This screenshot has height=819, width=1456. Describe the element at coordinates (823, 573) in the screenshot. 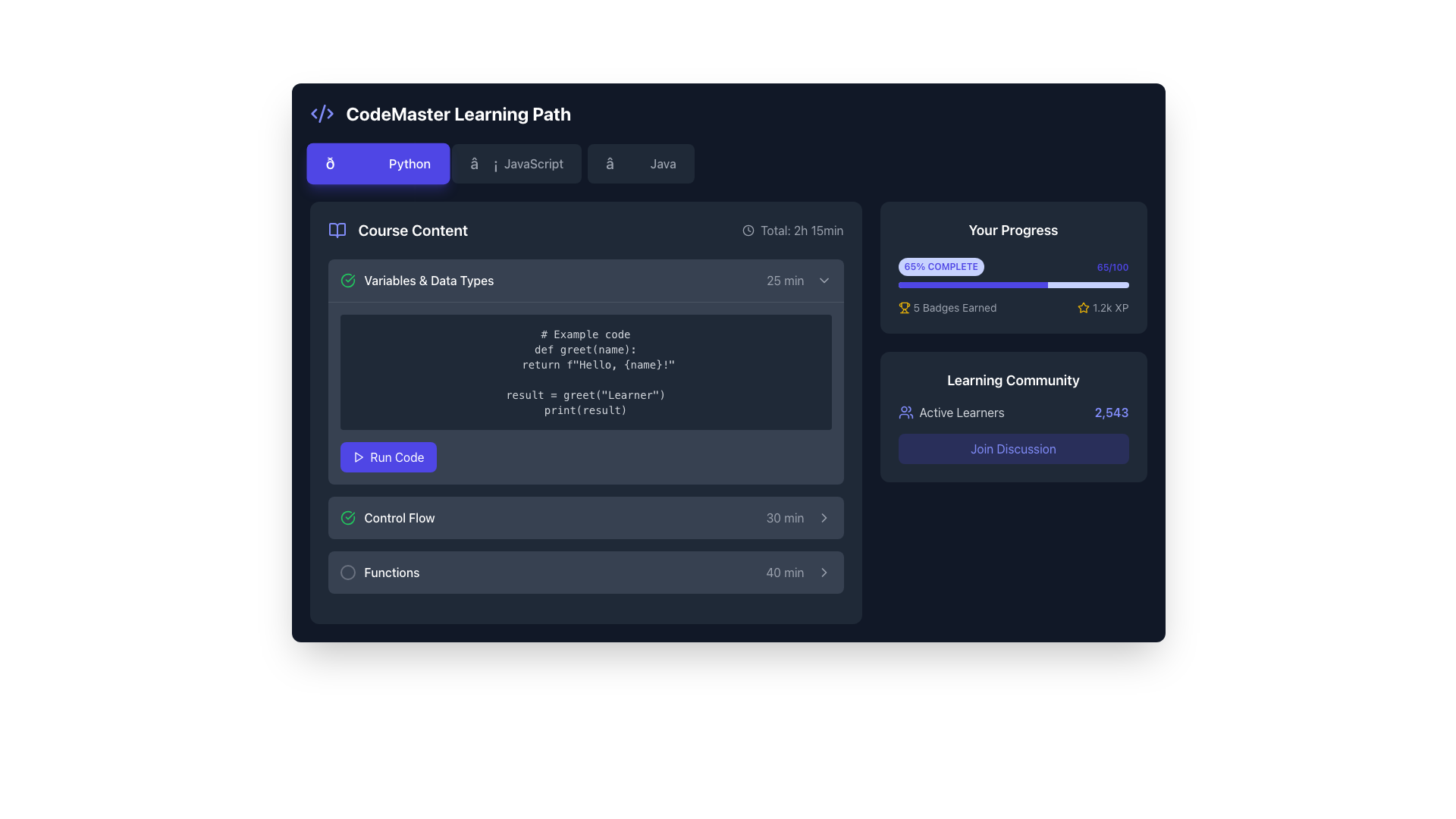

I see `the chevron arrow icon located at the far-right edge of the 'Functions' module` at that location.